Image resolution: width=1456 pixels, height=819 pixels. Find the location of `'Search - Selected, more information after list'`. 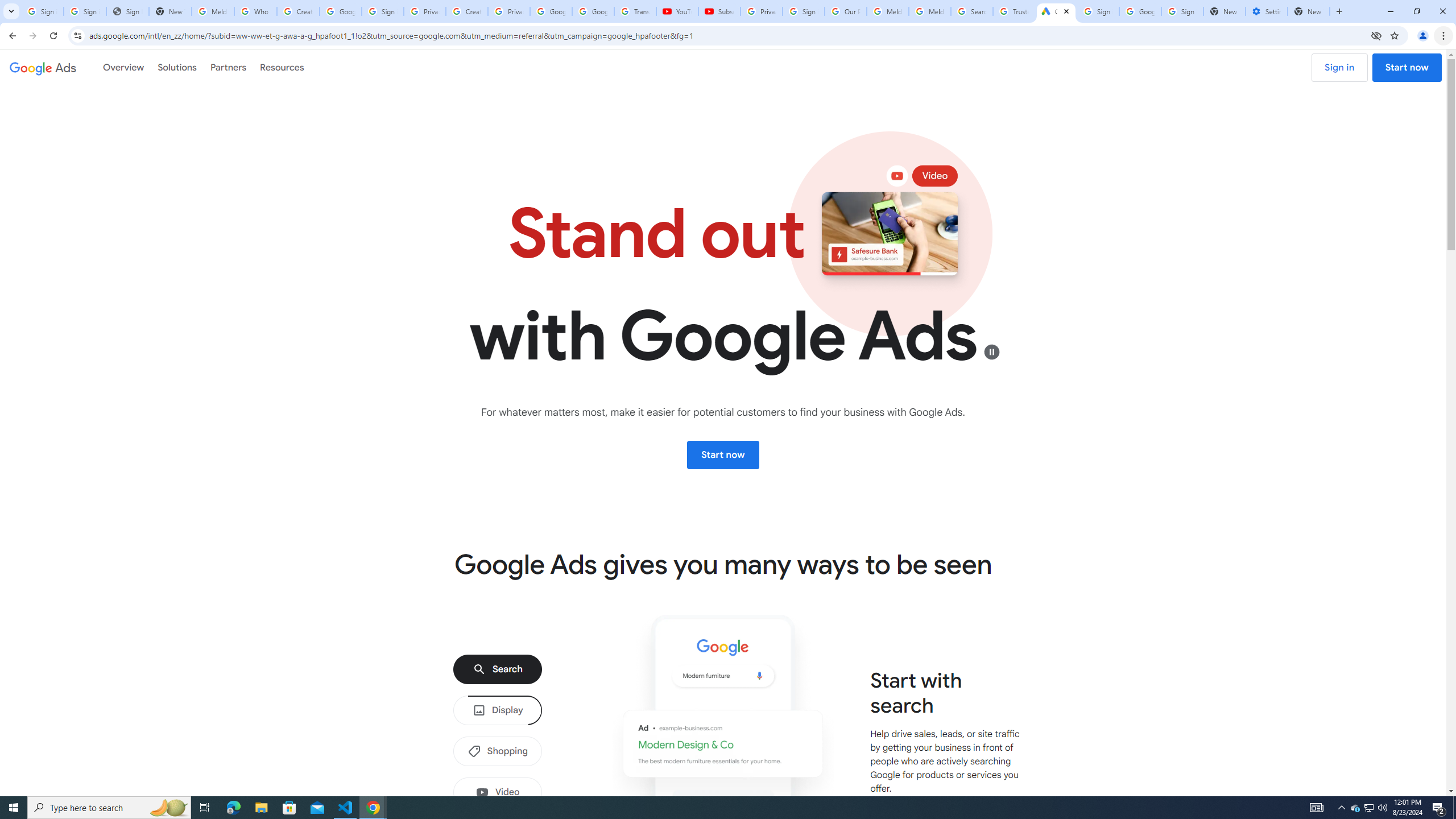

'Search - Selected, more information after list' is located at coordinates (498, 668).